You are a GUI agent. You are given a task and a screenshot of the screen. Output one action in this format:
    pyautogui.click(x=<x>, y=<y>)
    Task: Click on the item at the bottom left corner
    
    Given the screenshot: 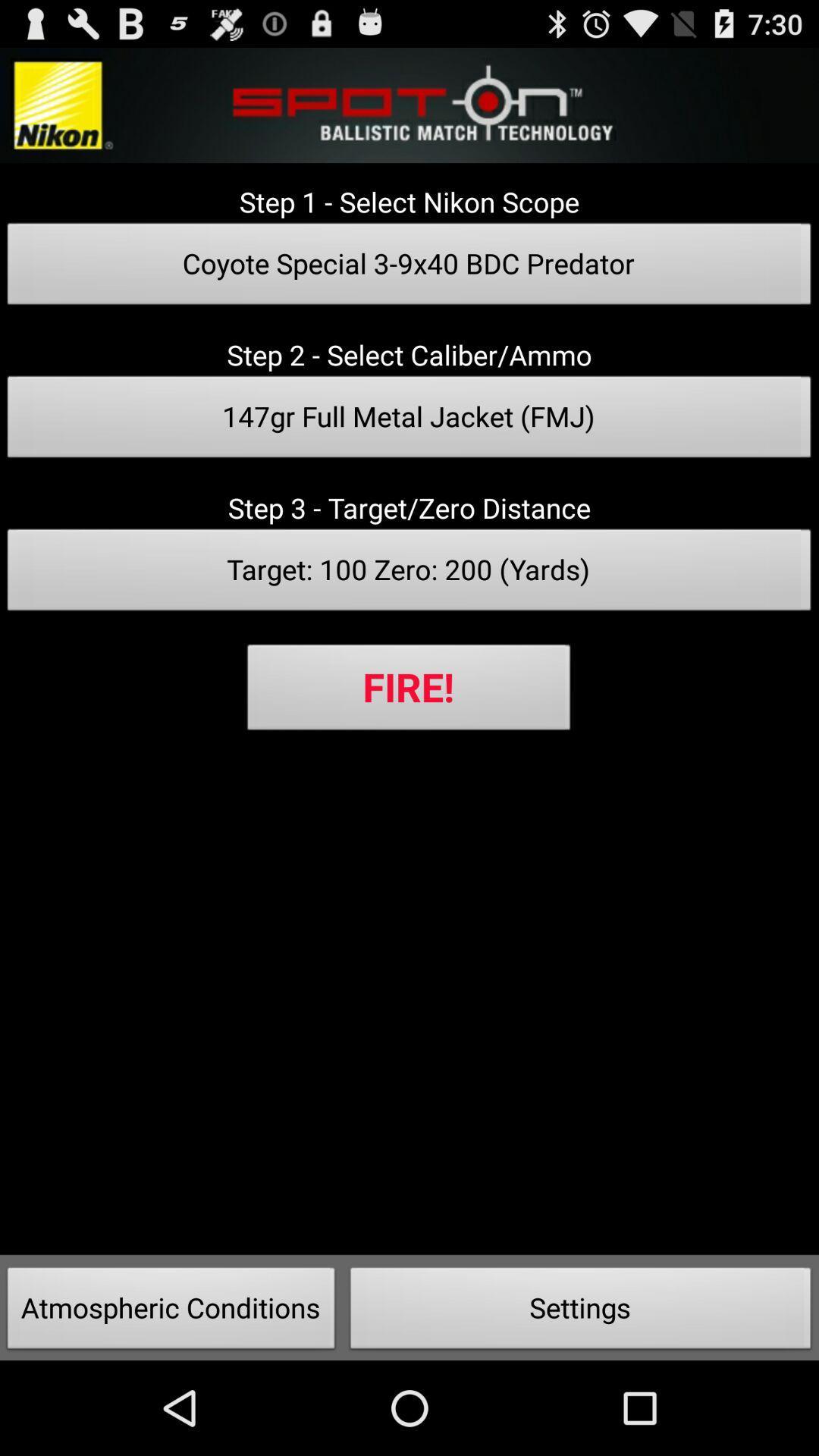 What is the action you would take?
    pyautogui.click(x=171, y=1312)
    